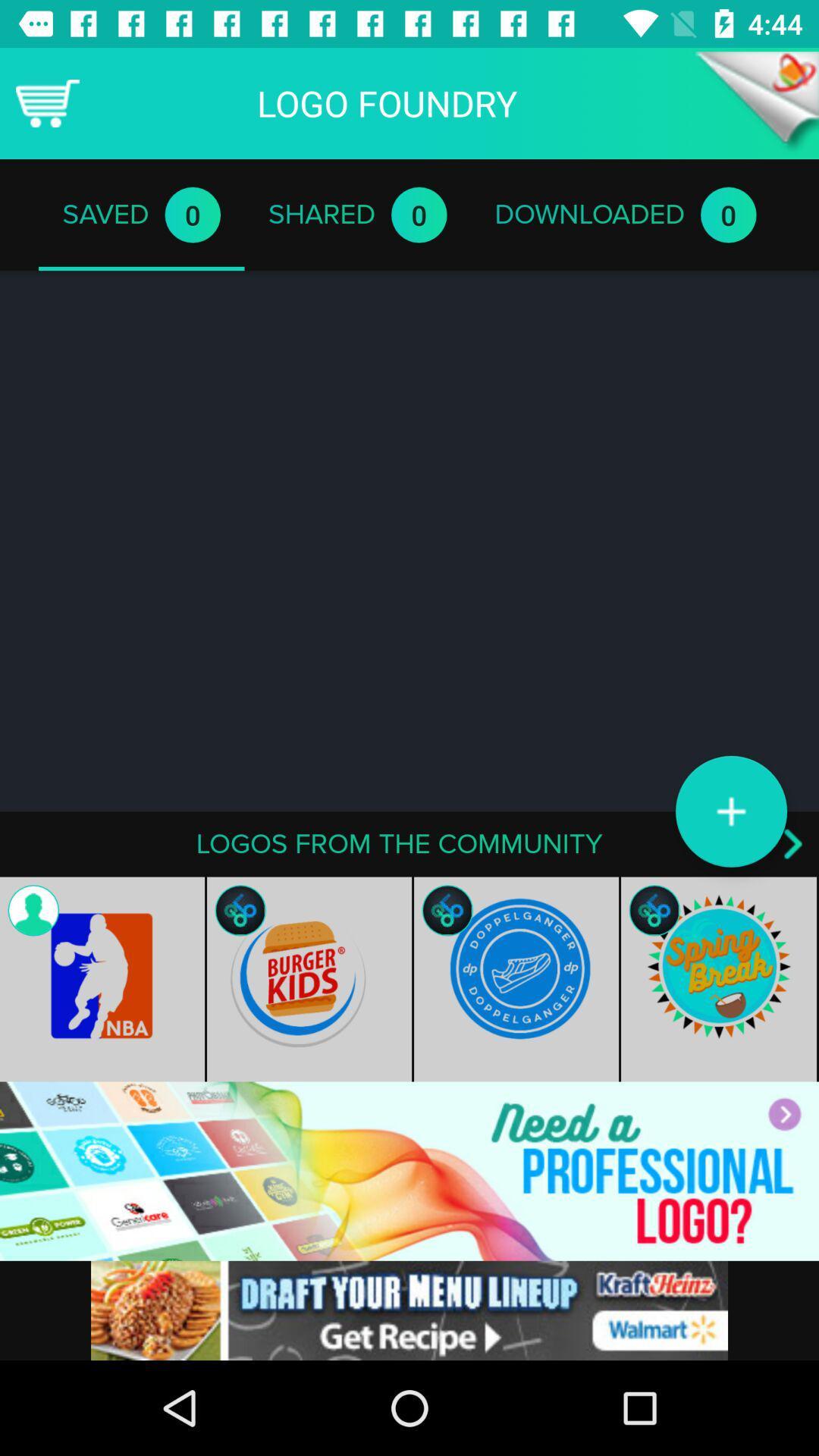  I want to click on cart, so click(46, 102).